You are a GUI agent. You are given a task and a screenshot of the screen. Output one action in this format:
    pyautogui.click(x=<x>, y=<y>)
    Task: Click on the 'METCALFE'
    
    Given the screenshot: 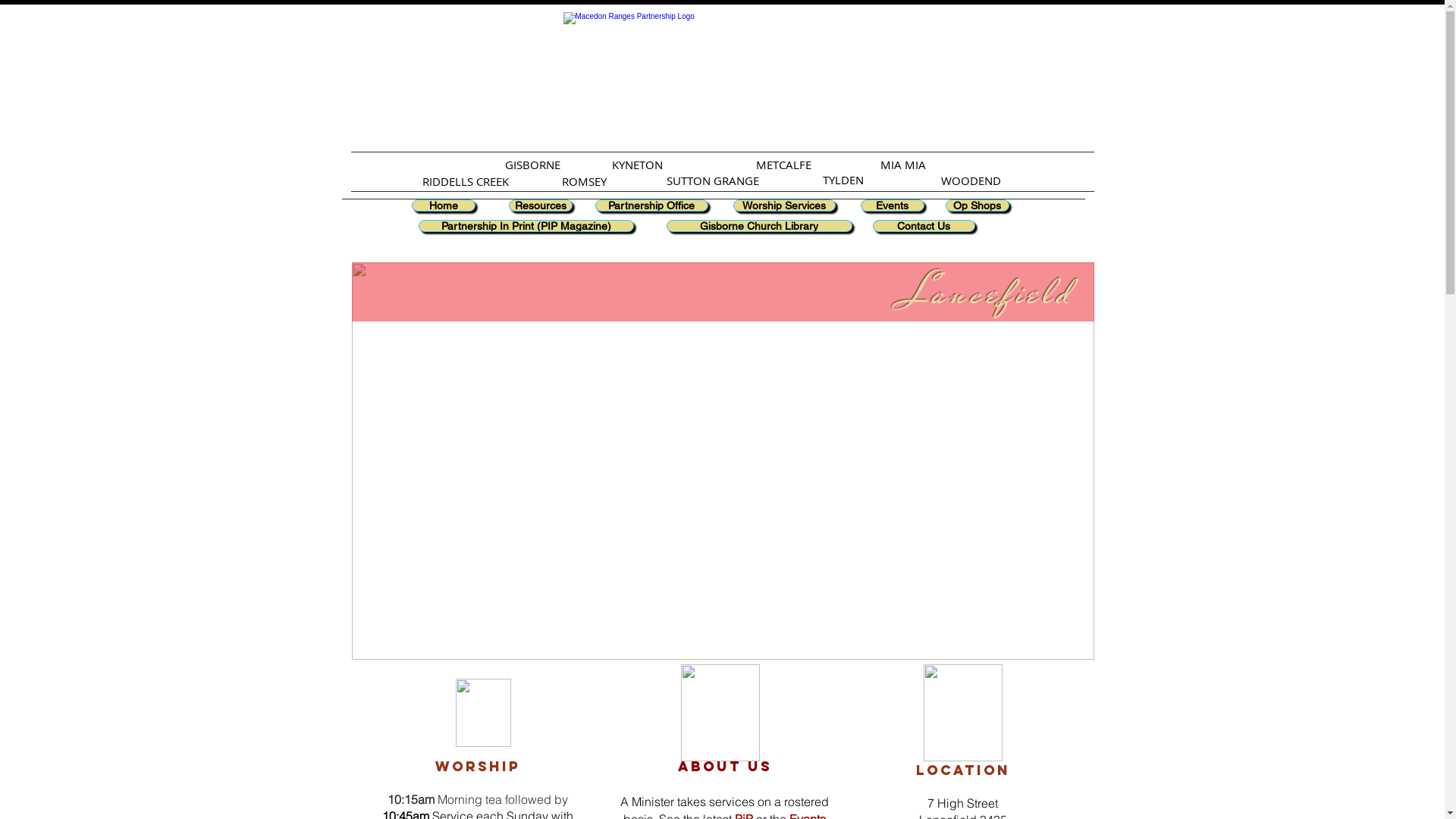 What is the action you would take?
    pyautogui.click(x=756, y=164)
    